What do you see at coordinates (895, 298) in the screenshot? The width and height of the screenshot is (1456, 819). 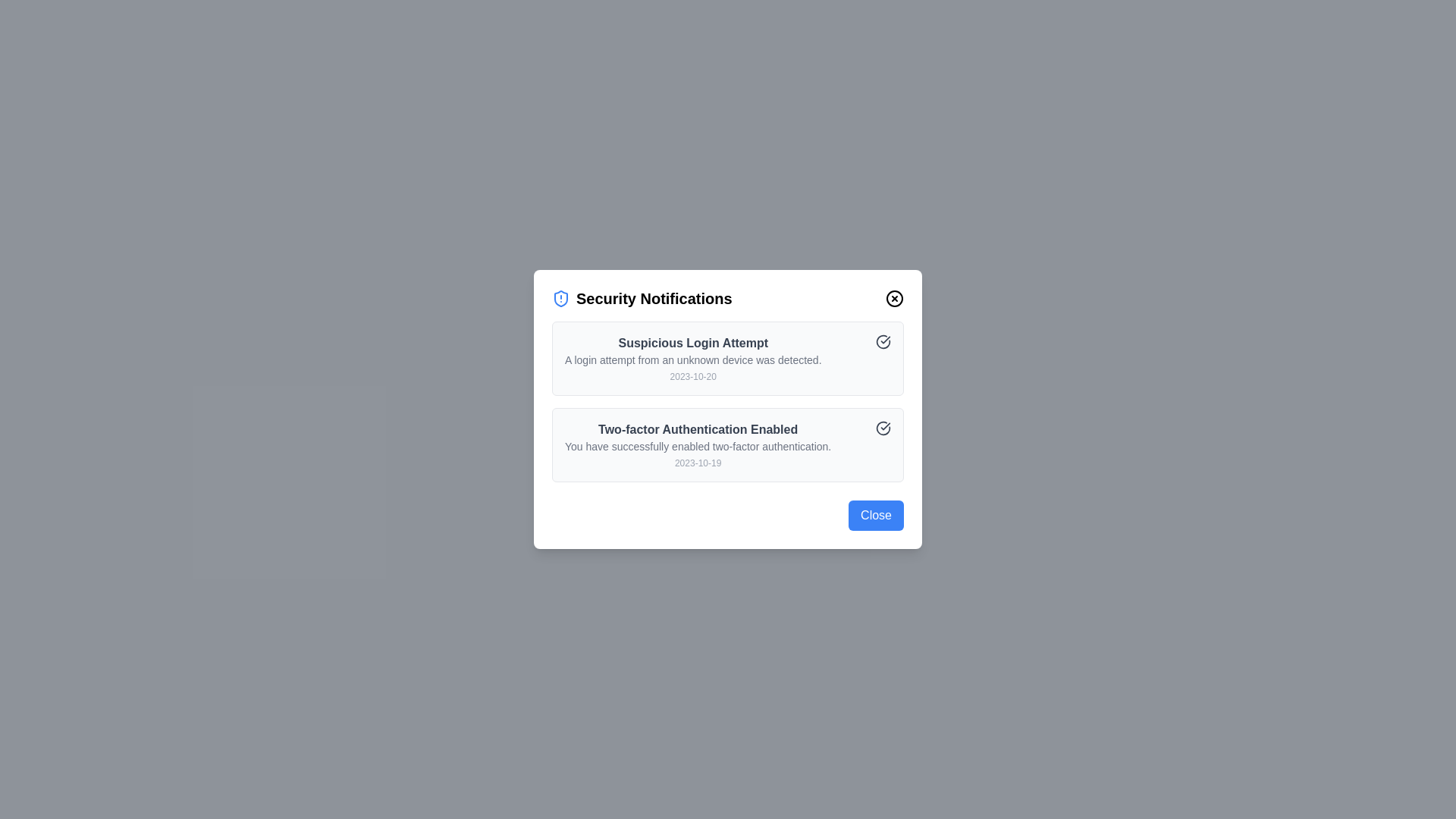 I see `the circular icon button with an 'x' symbol located to the right of the 'Security Notifications' title` at bounding box center [895, 298].